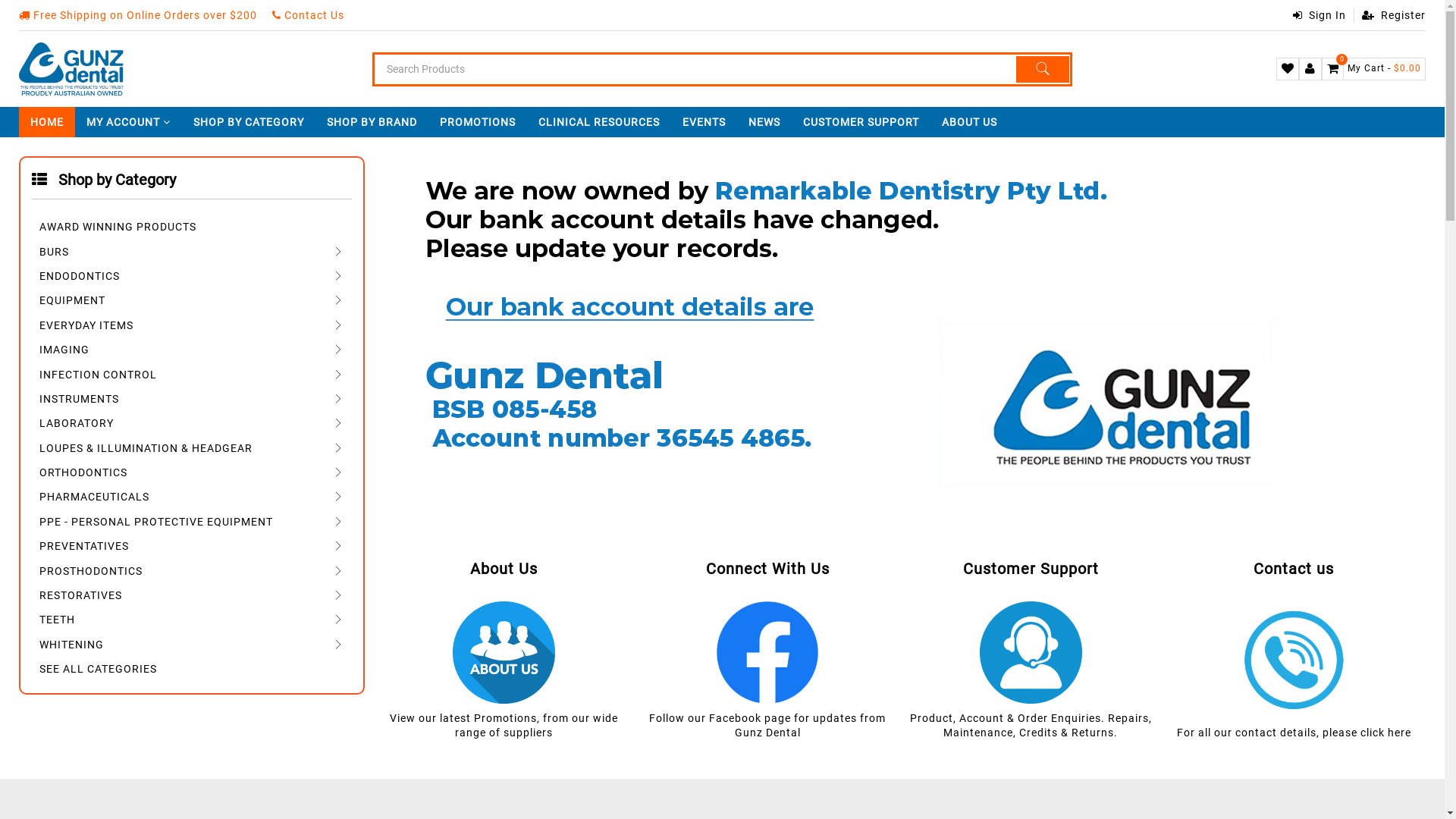  What do you see at coordinates (71, 69) in the screenshot?
I see `'Gunz Dental Australia'` at bounding box center [71, 69].